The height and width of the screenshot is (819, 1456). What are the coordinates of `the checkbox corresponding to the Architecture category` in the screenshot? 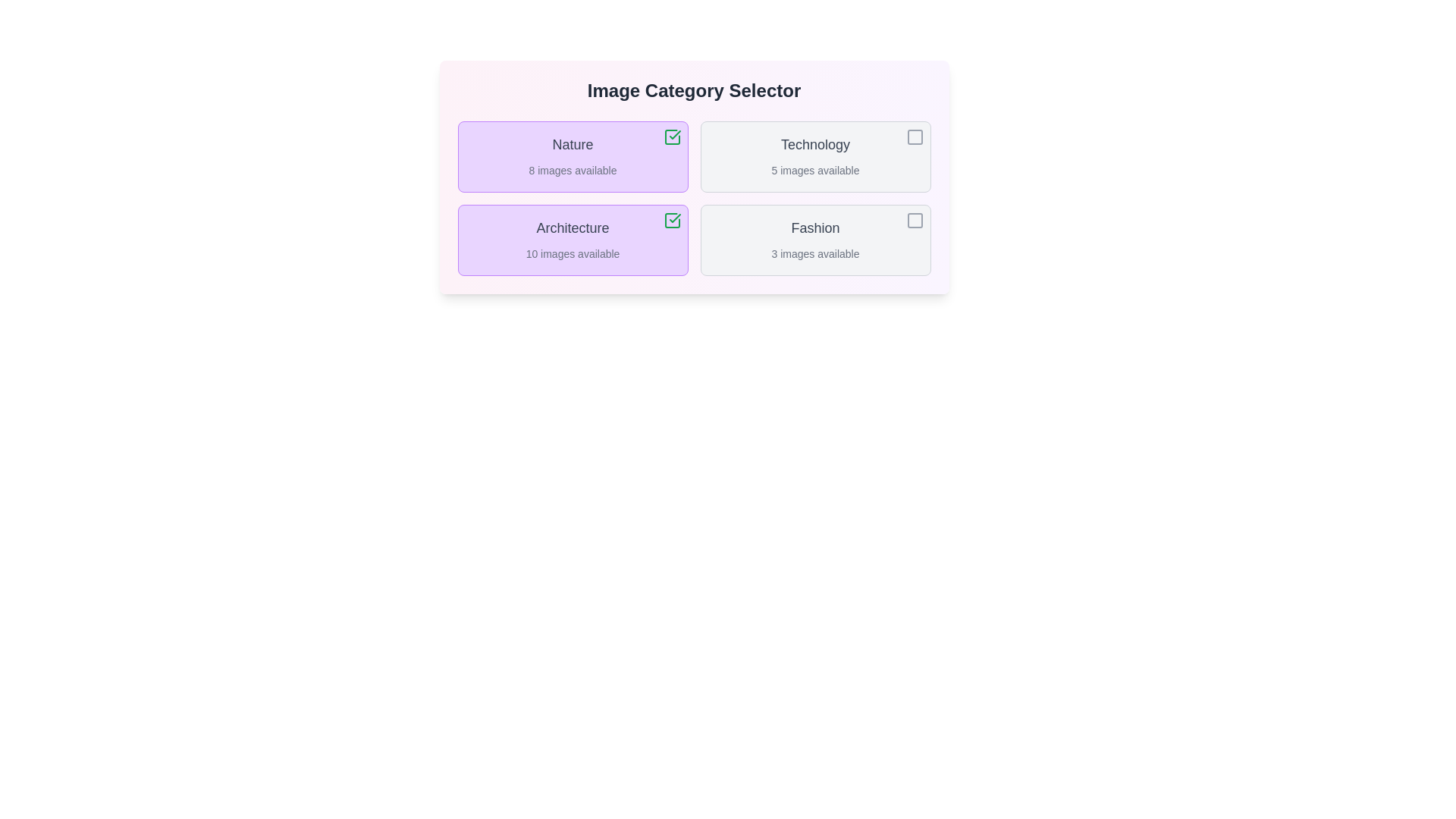 It's located at (671, 220).